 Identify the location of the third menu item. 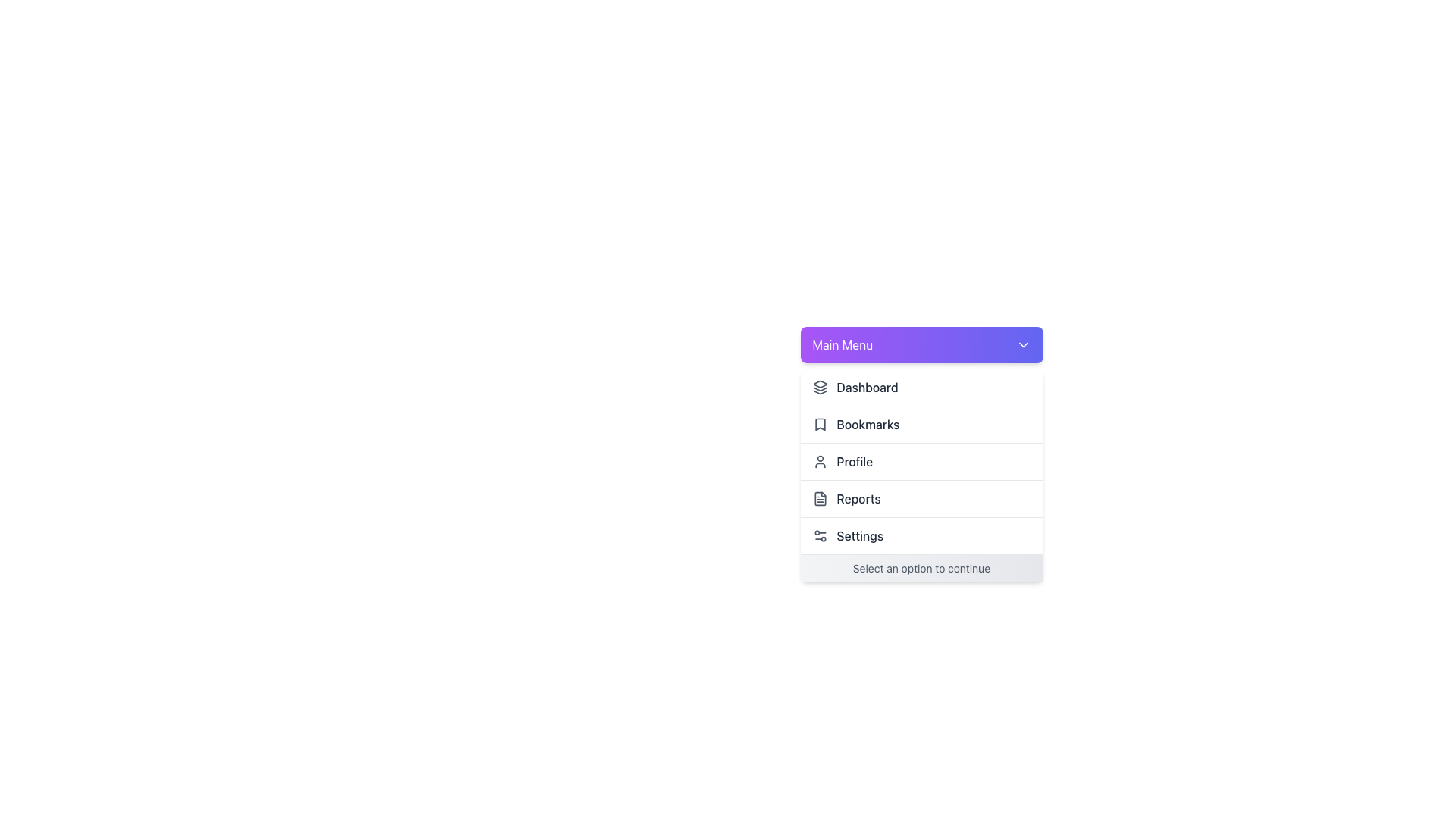
(921, 460).